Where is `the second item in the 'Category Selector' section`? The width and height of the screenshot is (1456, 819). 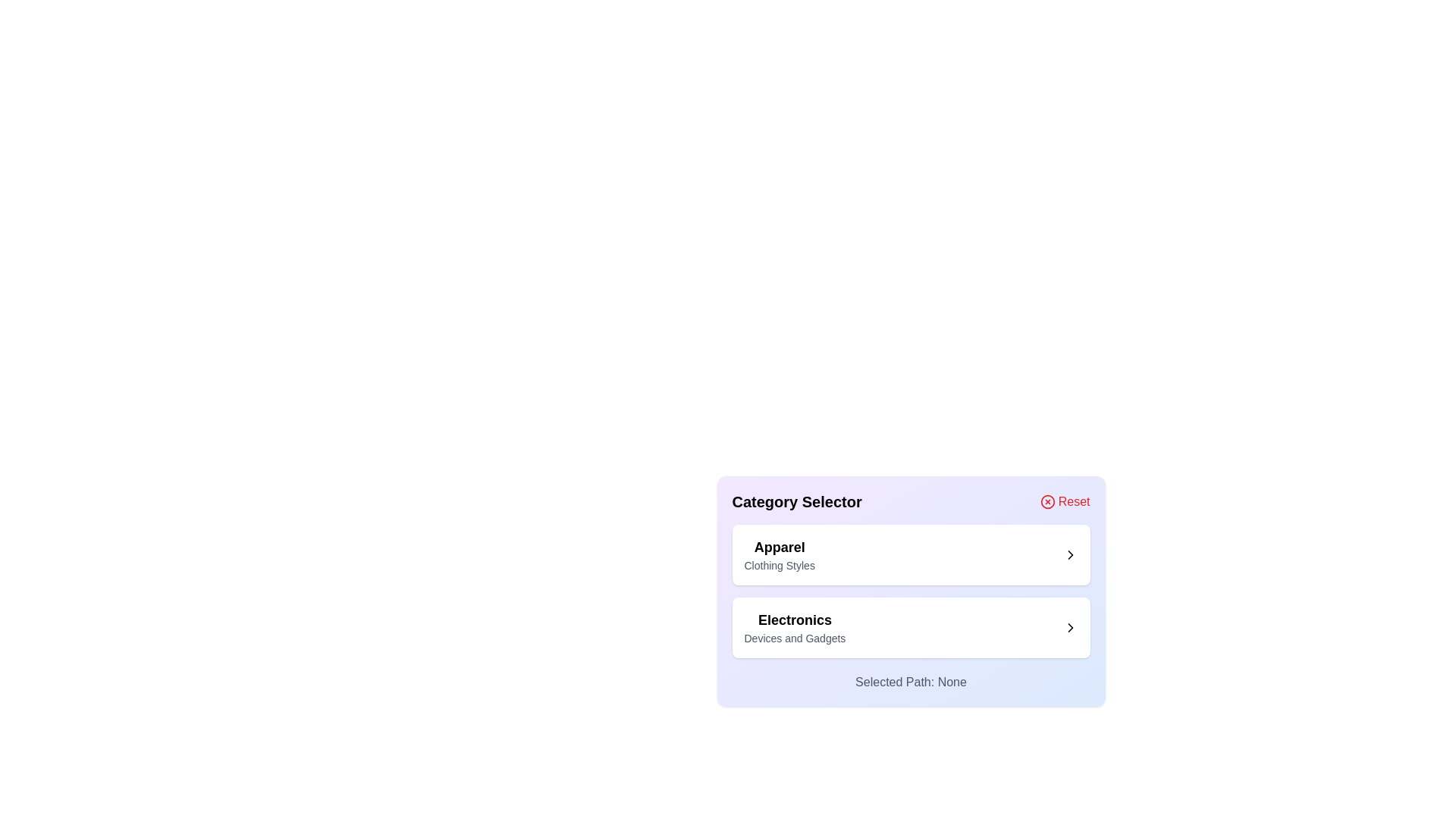
the second item in the 'Category Selector' section is located at coordinates (910, 628).